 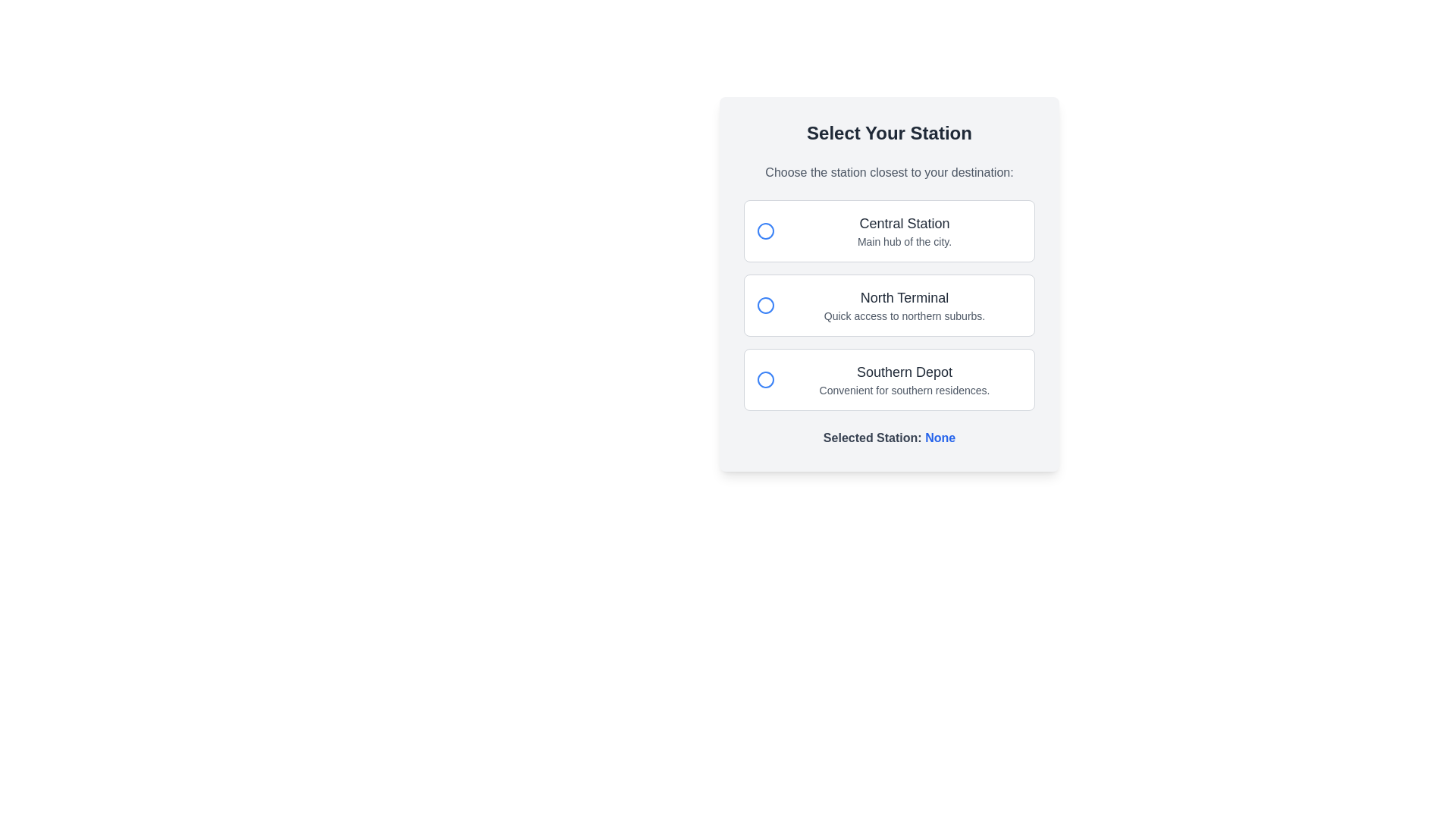 I want to click on the SVG Circle representing the active state of the 'North Terminal' radio button to observe the hover effects, so click(x=765, y=305).